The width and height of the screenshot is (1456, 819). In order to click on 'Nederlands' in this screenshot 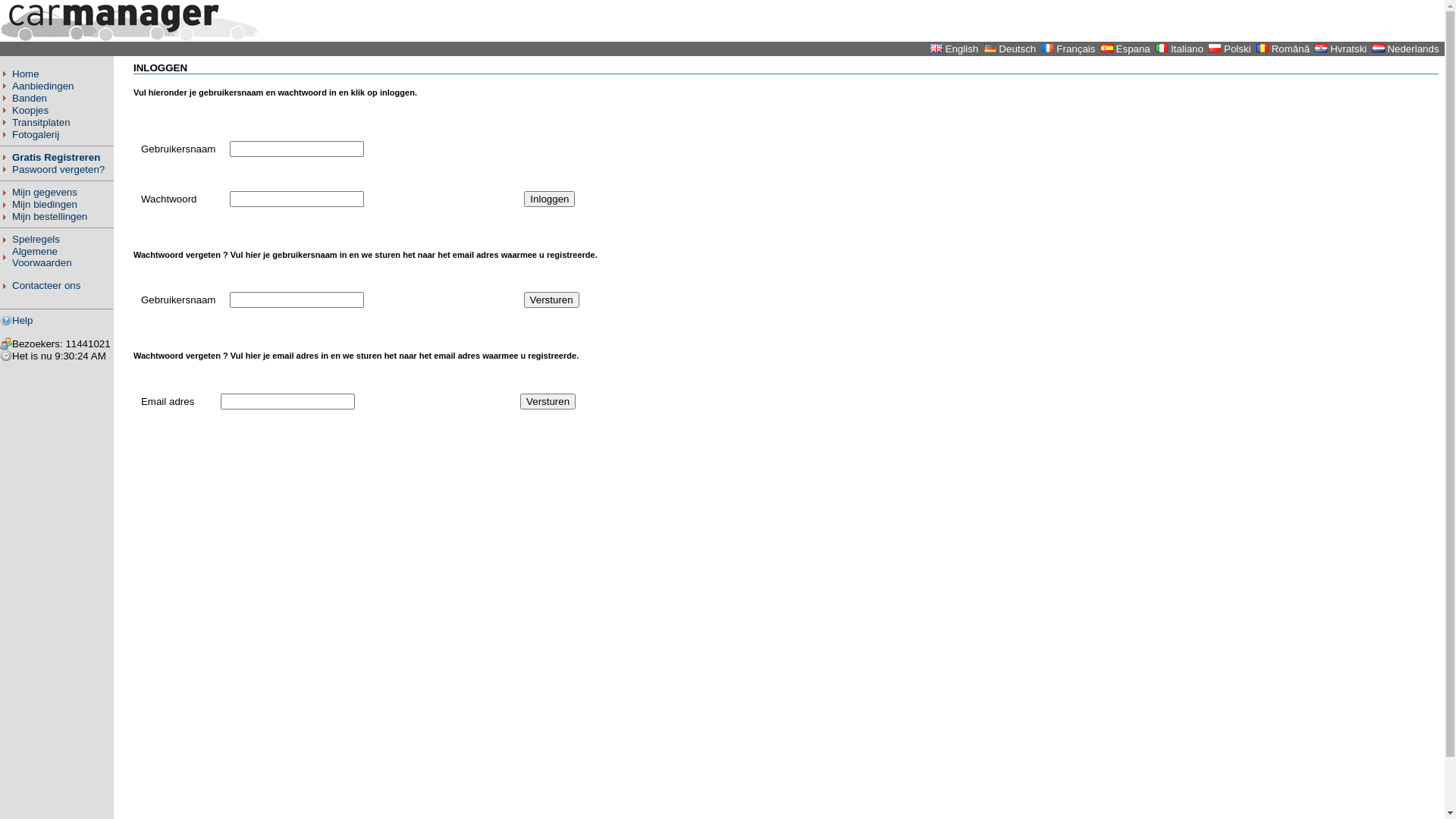, I will do `click(1386, 48)`.